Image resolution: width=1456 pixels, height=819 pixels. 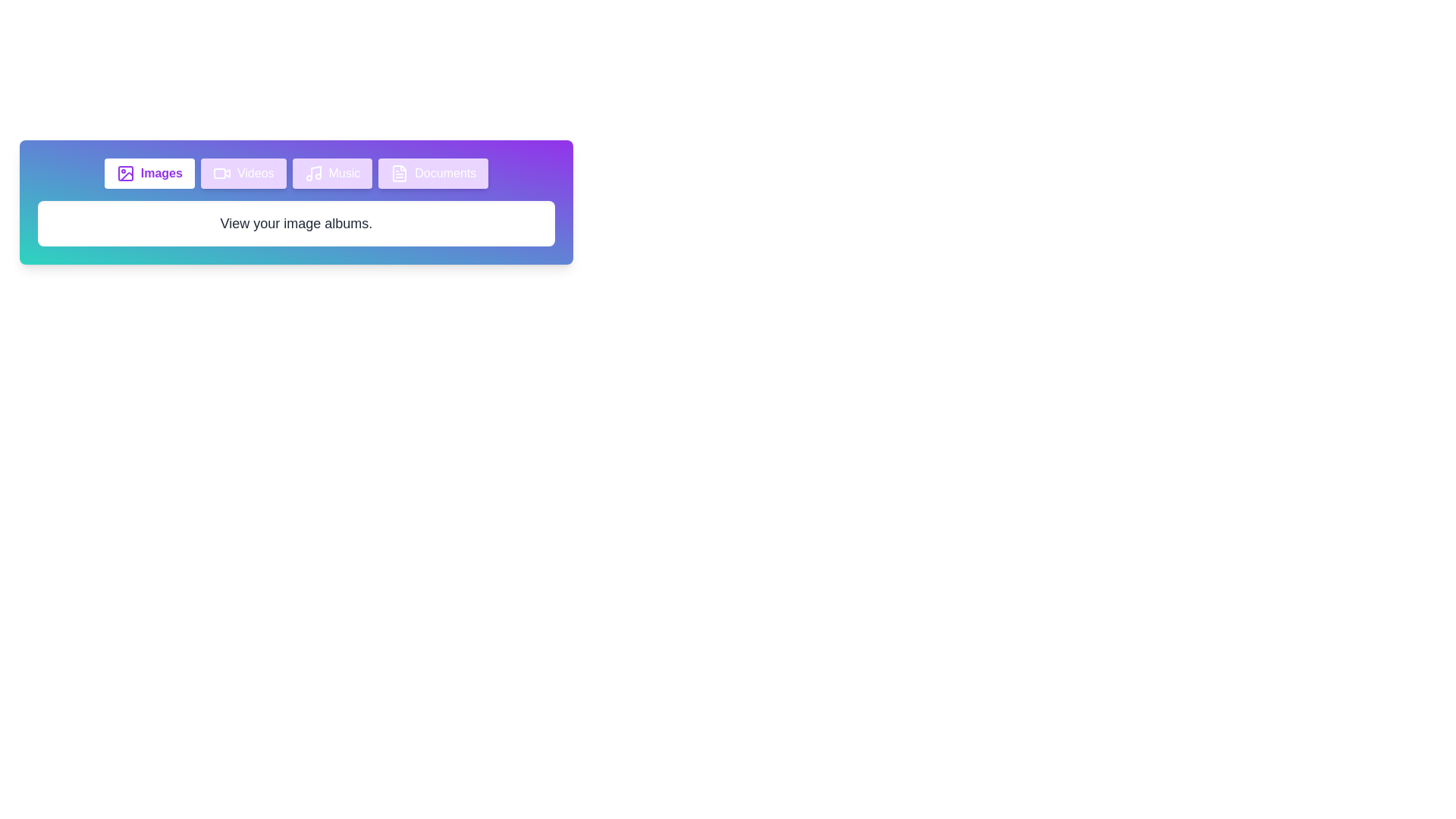 What do you see at coordinates (149, 172) in the screenshot?
I see `the tab labeled Images to inspect its icon and content` at bounding box center [149, 172].